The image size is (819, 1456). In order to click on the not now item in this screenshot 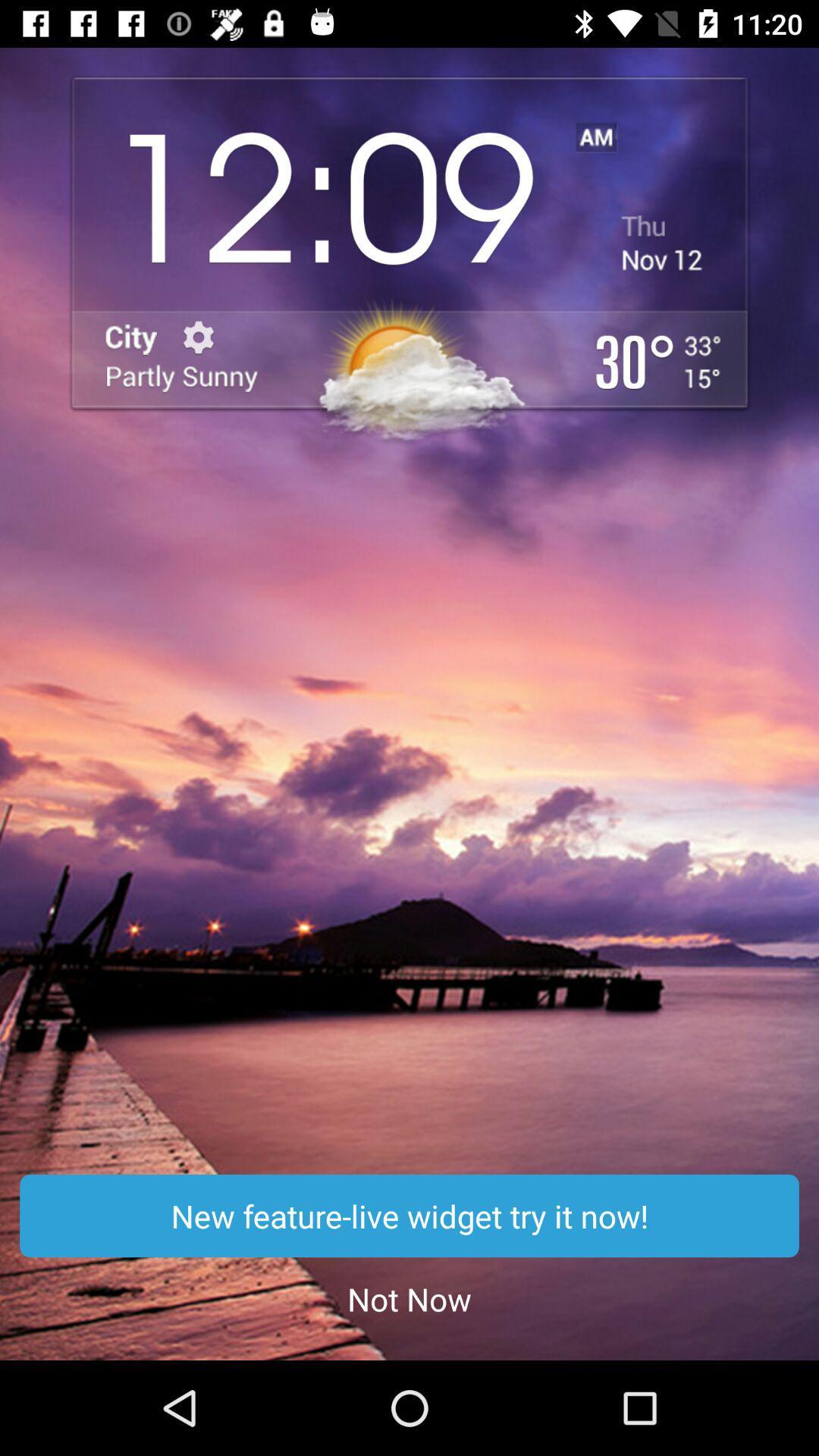, I will do `click(409, 1298)`.